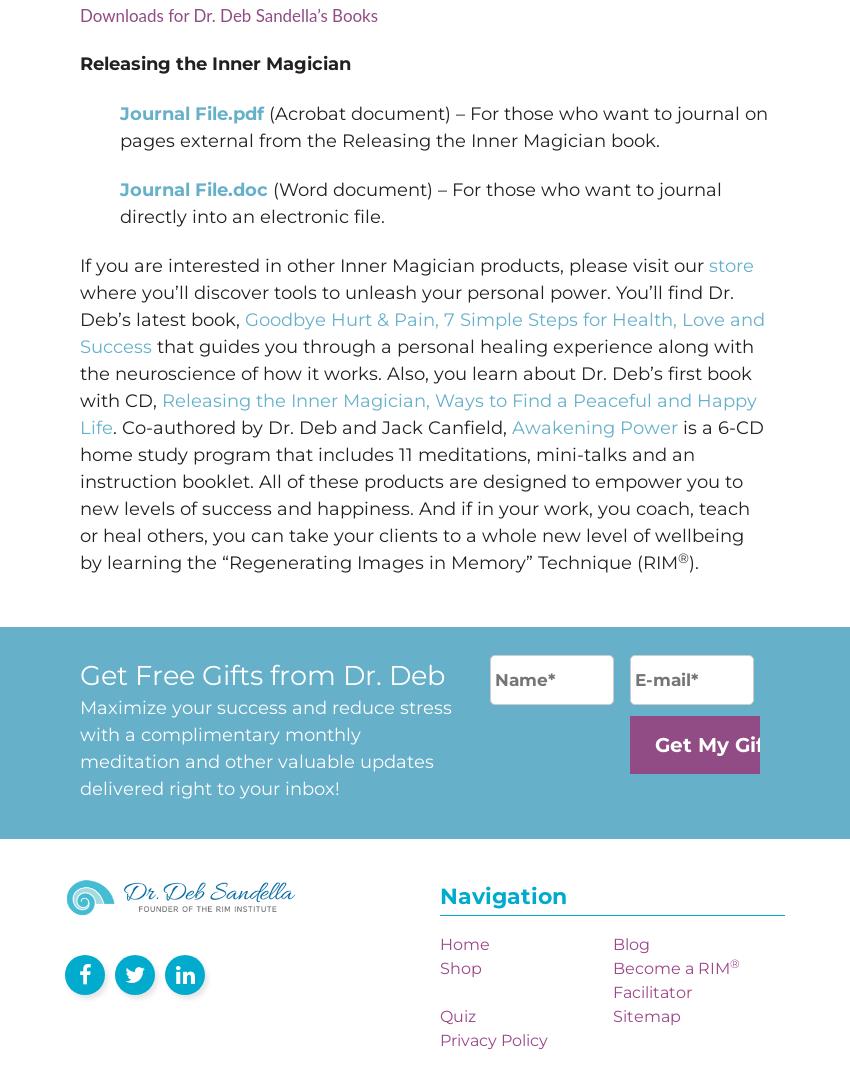 The width and height of the screenshot is (850, 1073). I want to click on '(Word document) – For those who want to journal directly into an electronic file.', so click(421, 203).